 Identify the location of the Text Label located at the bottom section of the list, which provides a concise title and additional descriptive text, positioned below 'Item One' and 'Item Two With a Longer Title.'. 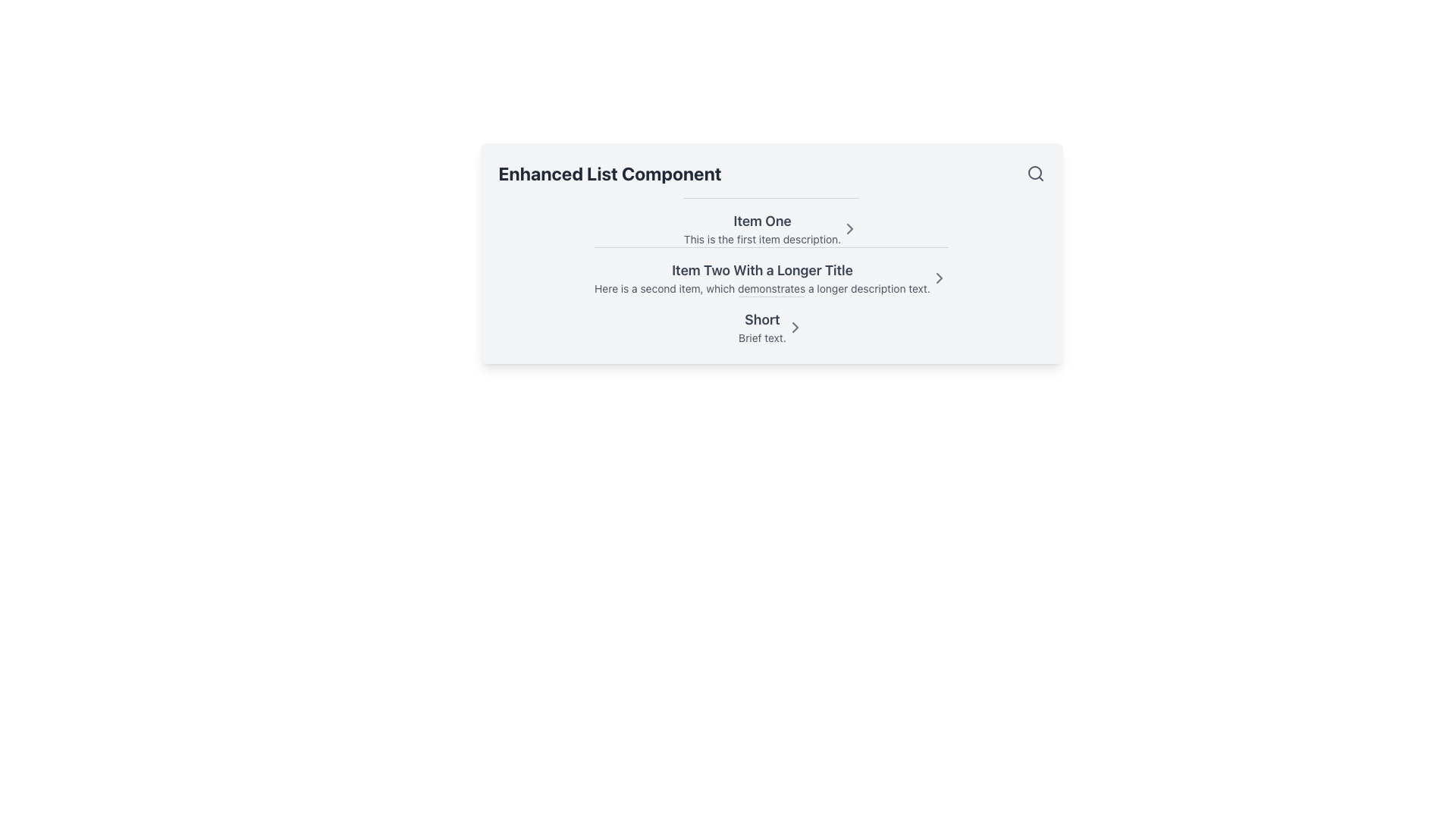
(762, 327).